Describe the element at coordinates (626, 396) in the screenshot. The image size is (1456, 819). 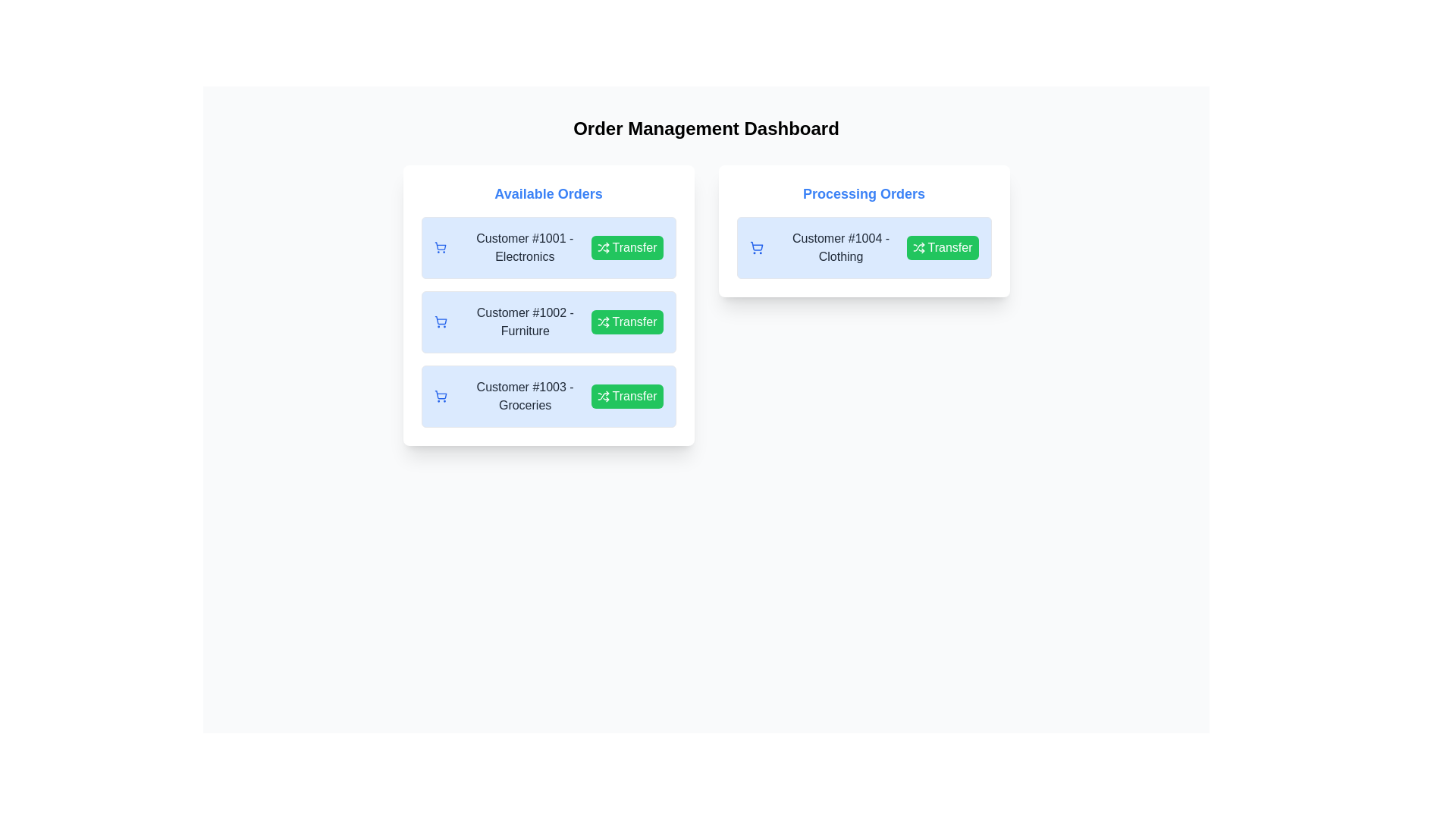
I see `the green 'Transfer' button with a shuffle icon located in the 'Customer #1003 - Groceries' card in the 'Available Orders' section` at that location.